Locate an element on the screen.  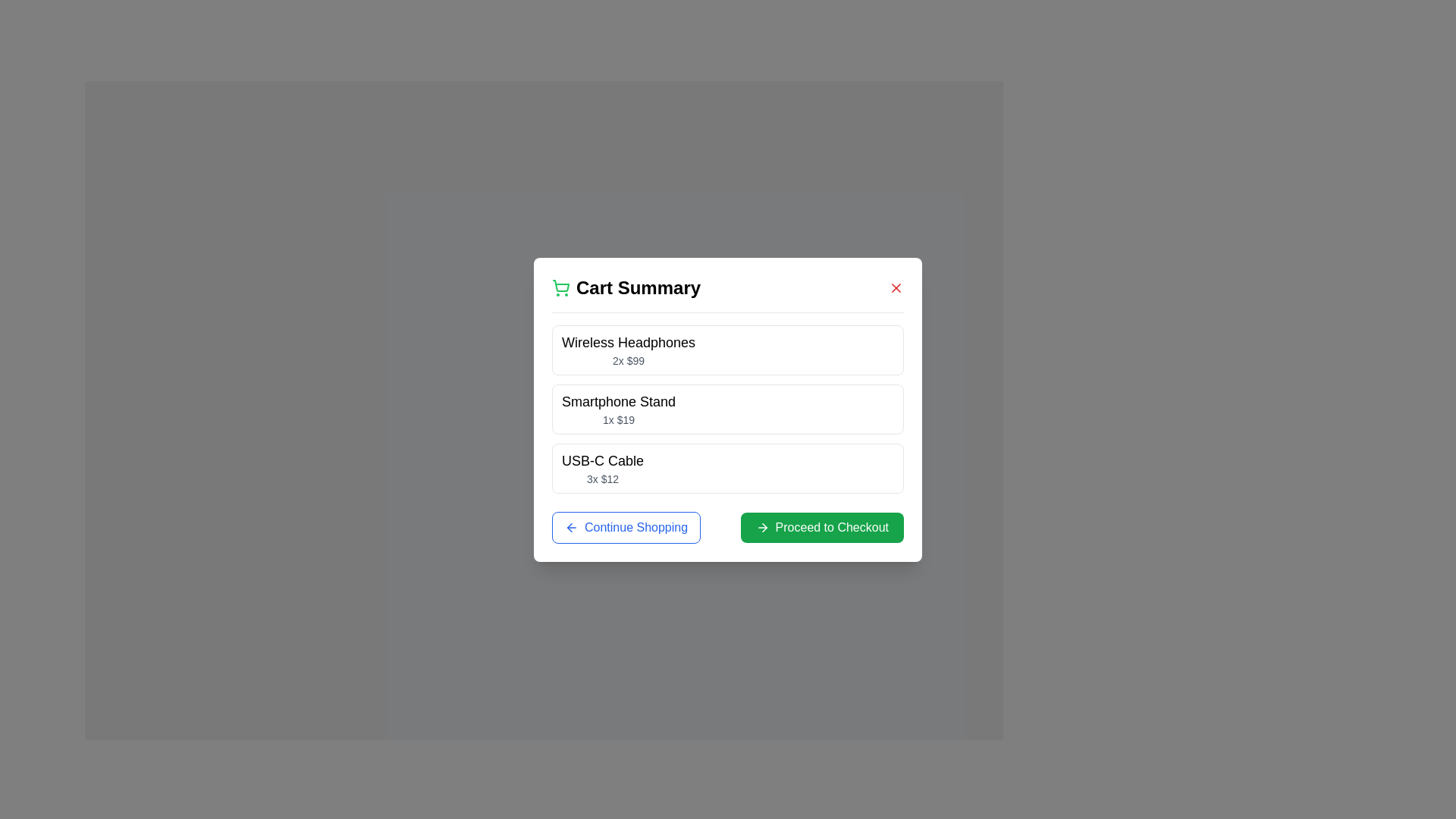
the list item entry labeled 'Smartphone Stand' is located at coordinates (619, 408).